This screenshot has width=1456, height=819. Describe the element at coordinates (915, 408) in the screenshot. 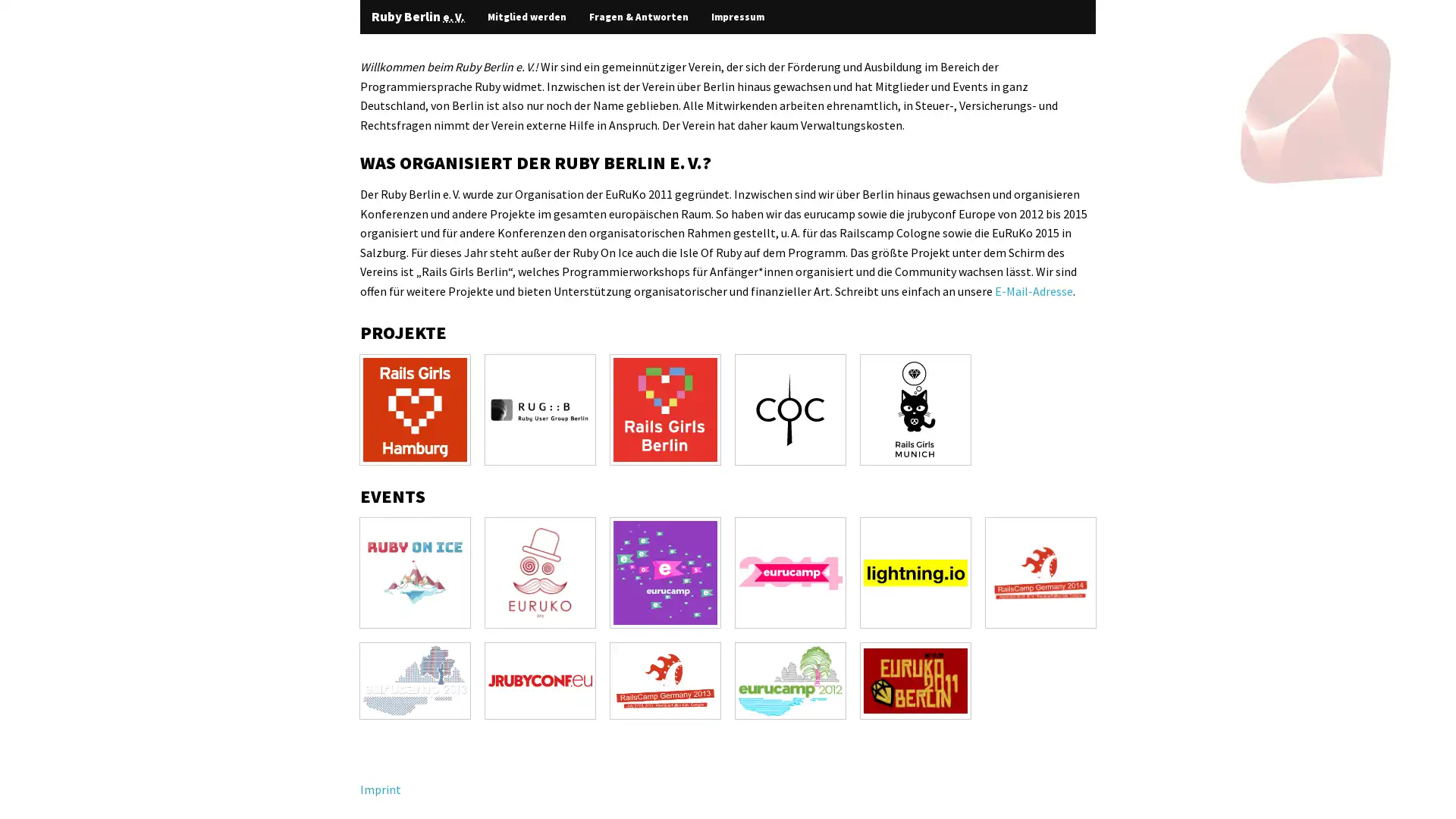

I see `Rails girls munich` at that location.